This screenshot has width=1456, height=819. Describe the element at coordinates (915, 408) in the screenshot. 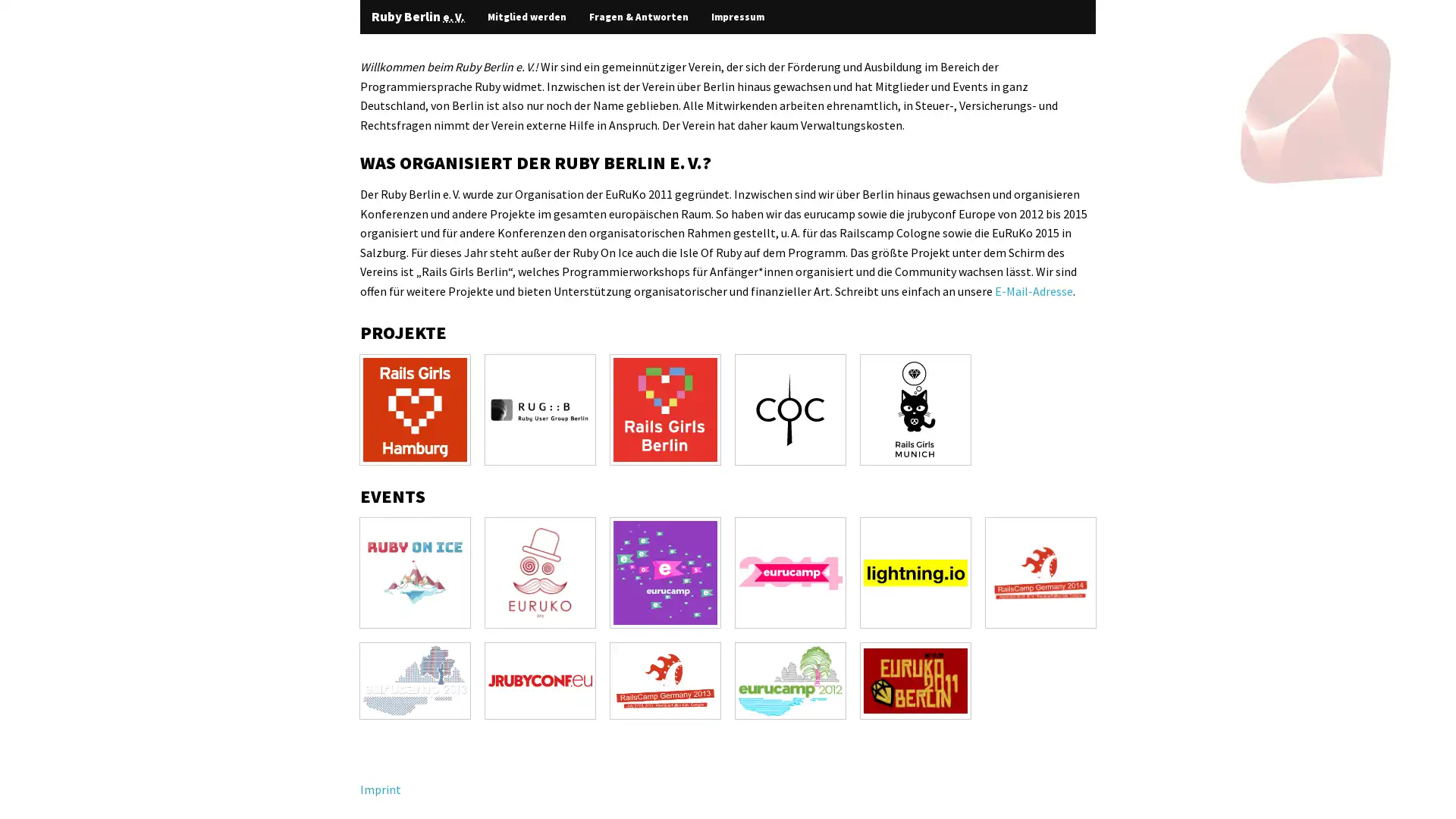

I see `Rails girls munich` at that location.